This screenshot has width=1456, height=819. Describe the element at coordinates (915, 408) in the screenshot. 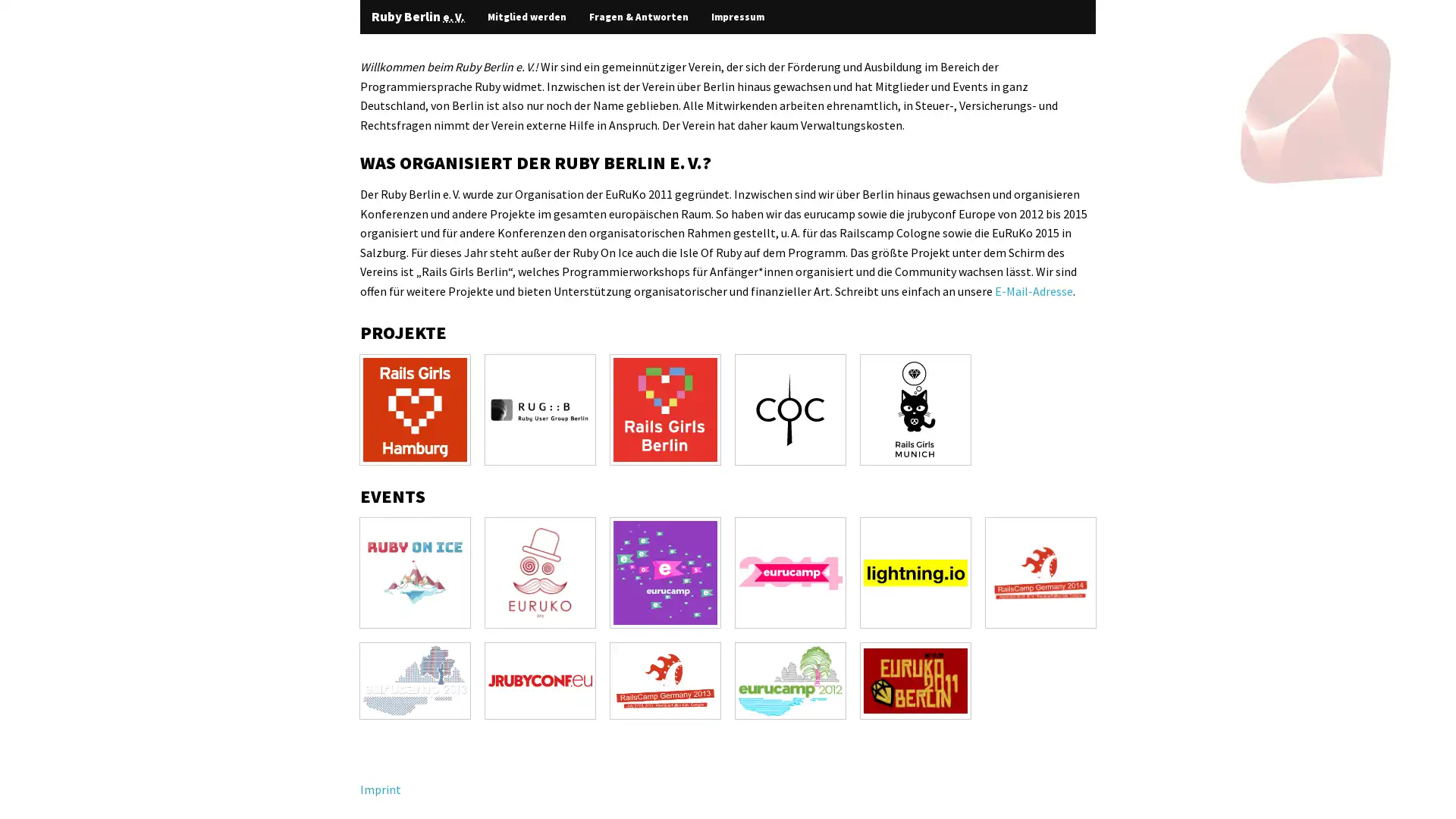

I see `Rails girls munich` at that location.